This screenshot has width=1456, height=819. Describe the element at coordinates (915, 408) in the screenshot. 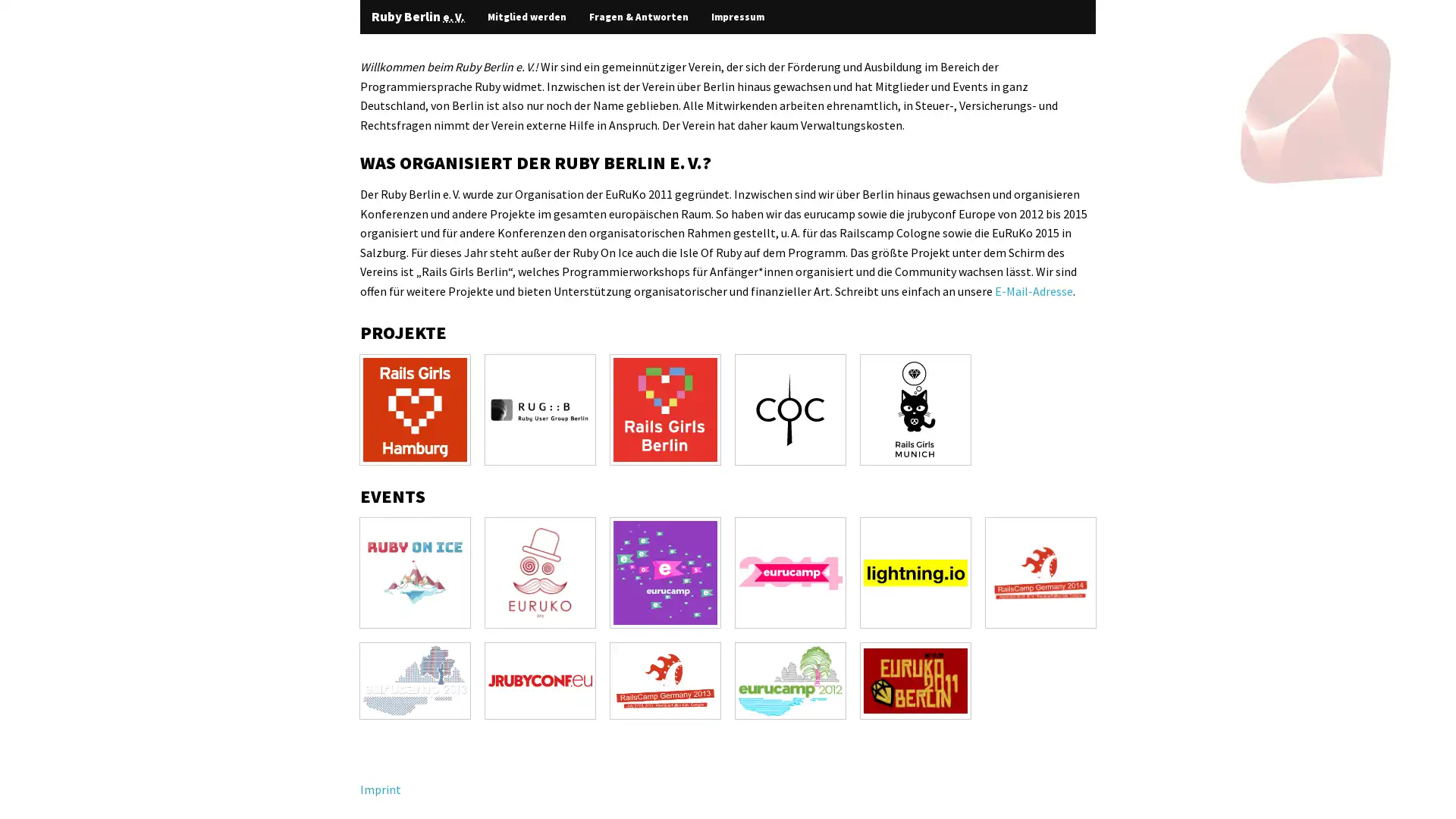

I see `Rails girls munich` at that location.